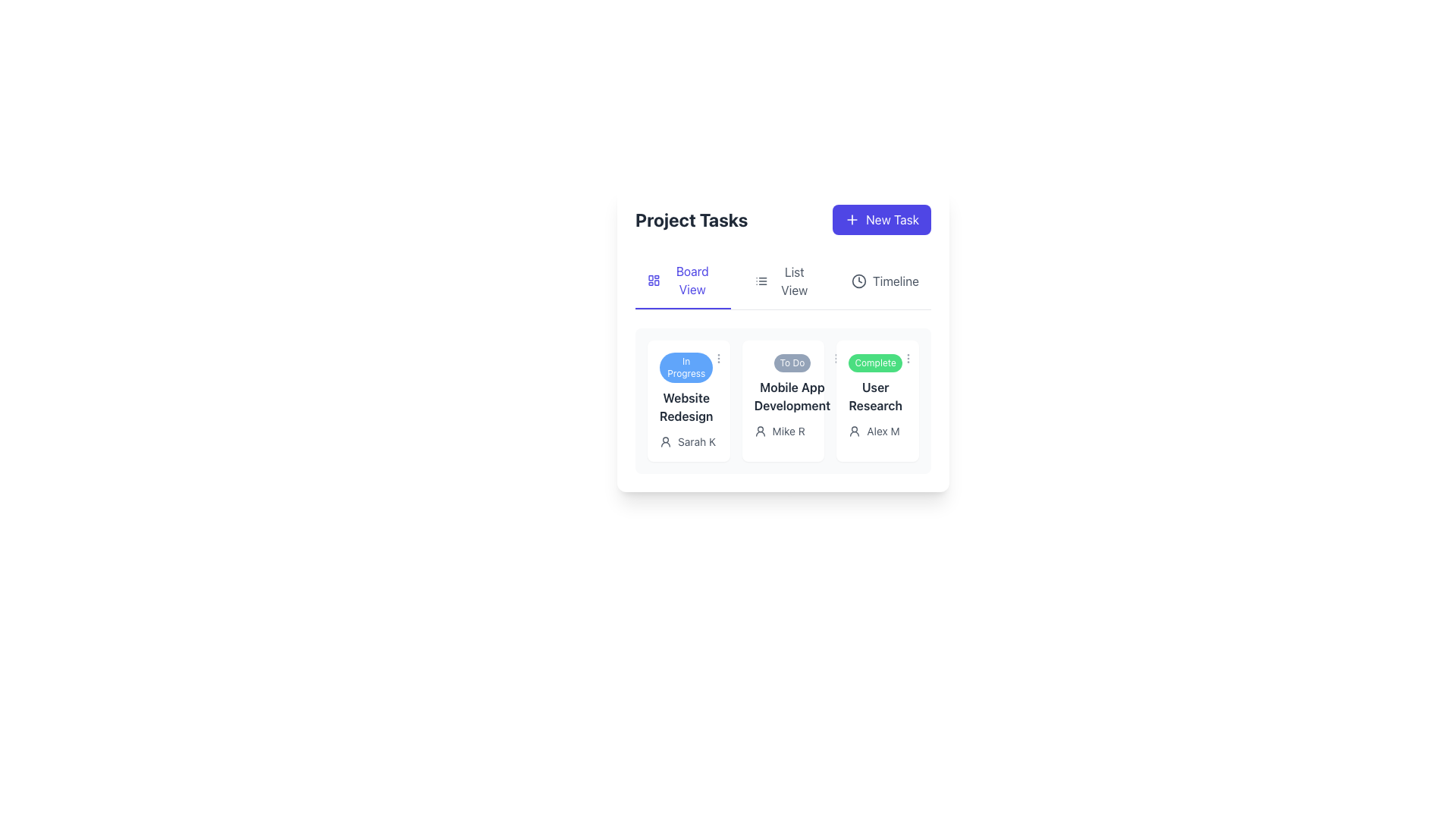  Describe the element at coordinates (686, 368) in the screenshot. I see `status text from the blue rounded rectangular badge labeled 'In Progress', located above the 'Website Redesign' text in the first project card of the Board View` at that location.